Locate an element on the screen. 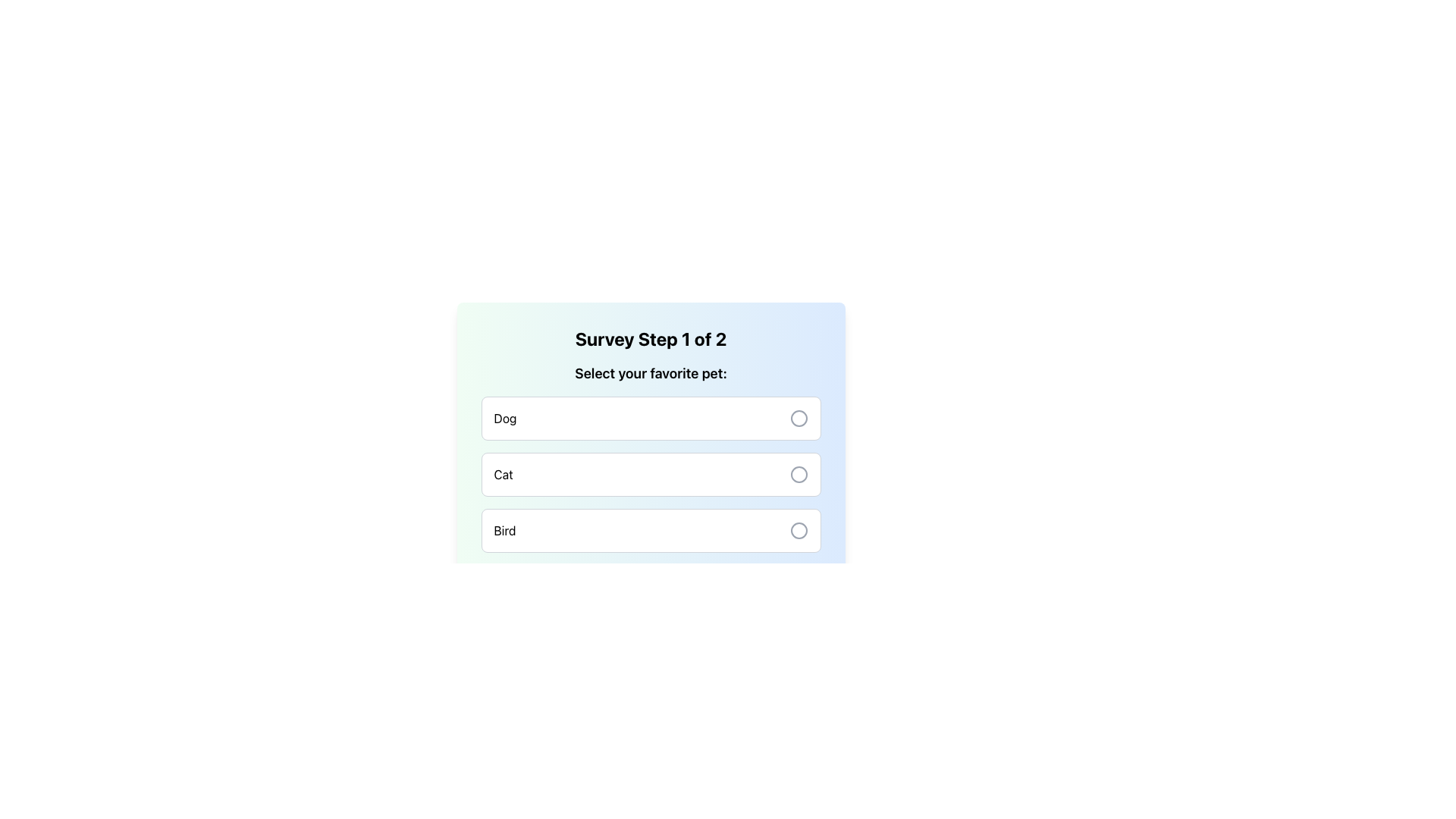 The height and width of the screenshot is (819, 1456). the radio button selector for the 'Dog' option, which is the first in a column of similar elements is located at coordinates (798, 418).